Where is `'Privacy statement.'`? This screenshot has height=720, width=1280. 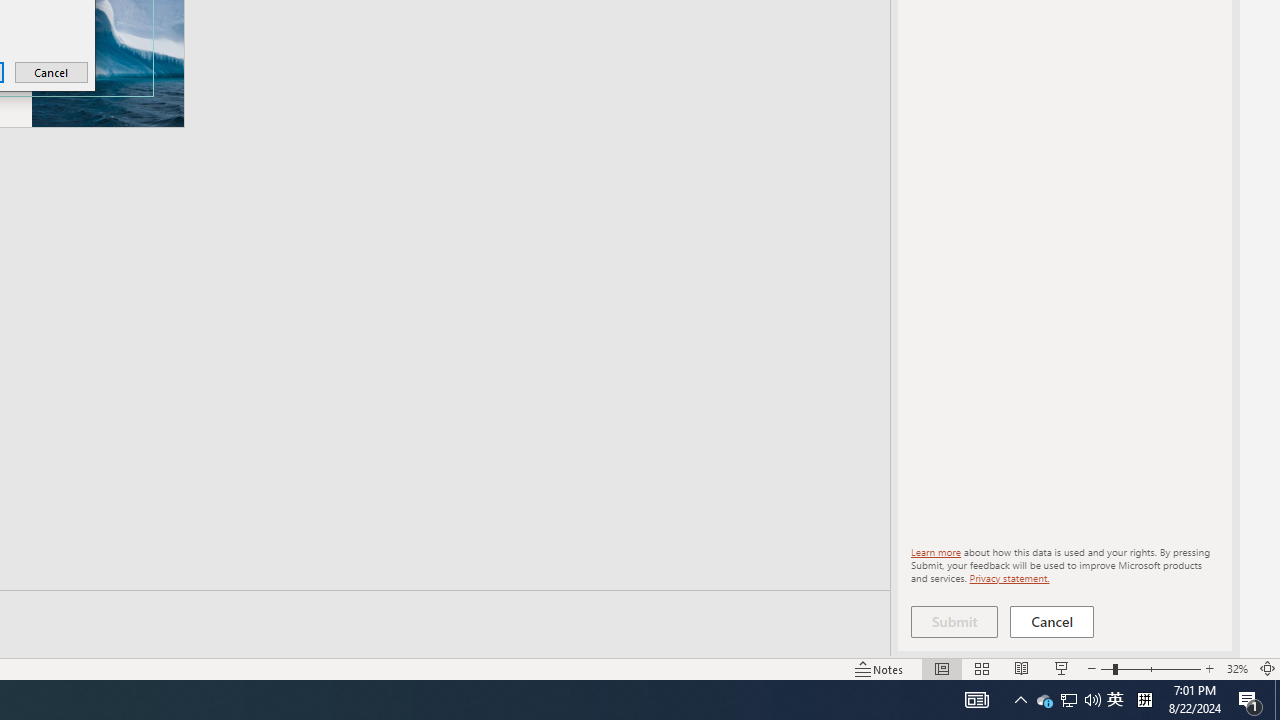
'Privacy statement.' is located at coordinates (1009, 577).